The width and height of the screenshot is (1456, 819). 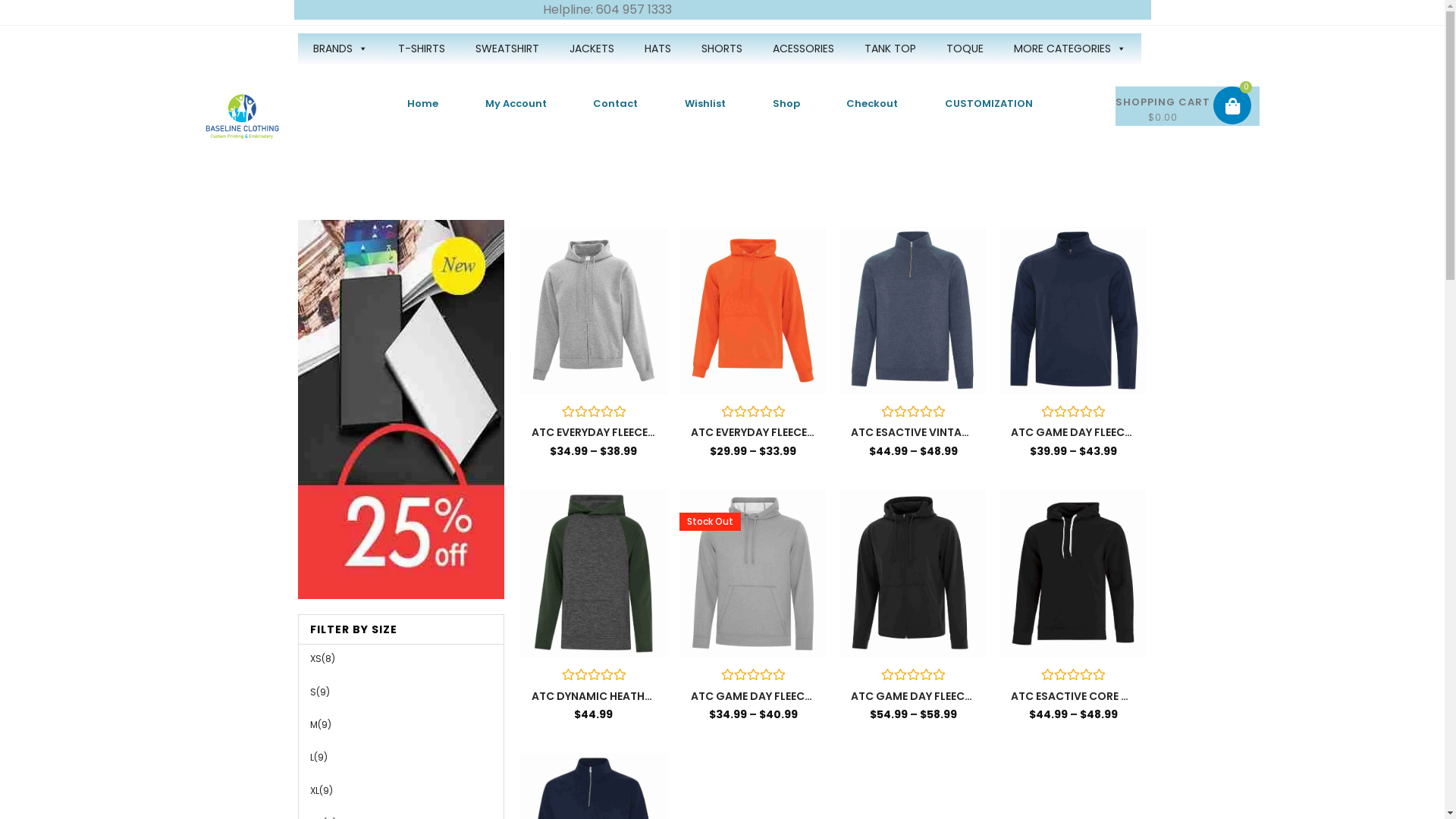 I want to click on 'HATS', so click(x=657, y=48).